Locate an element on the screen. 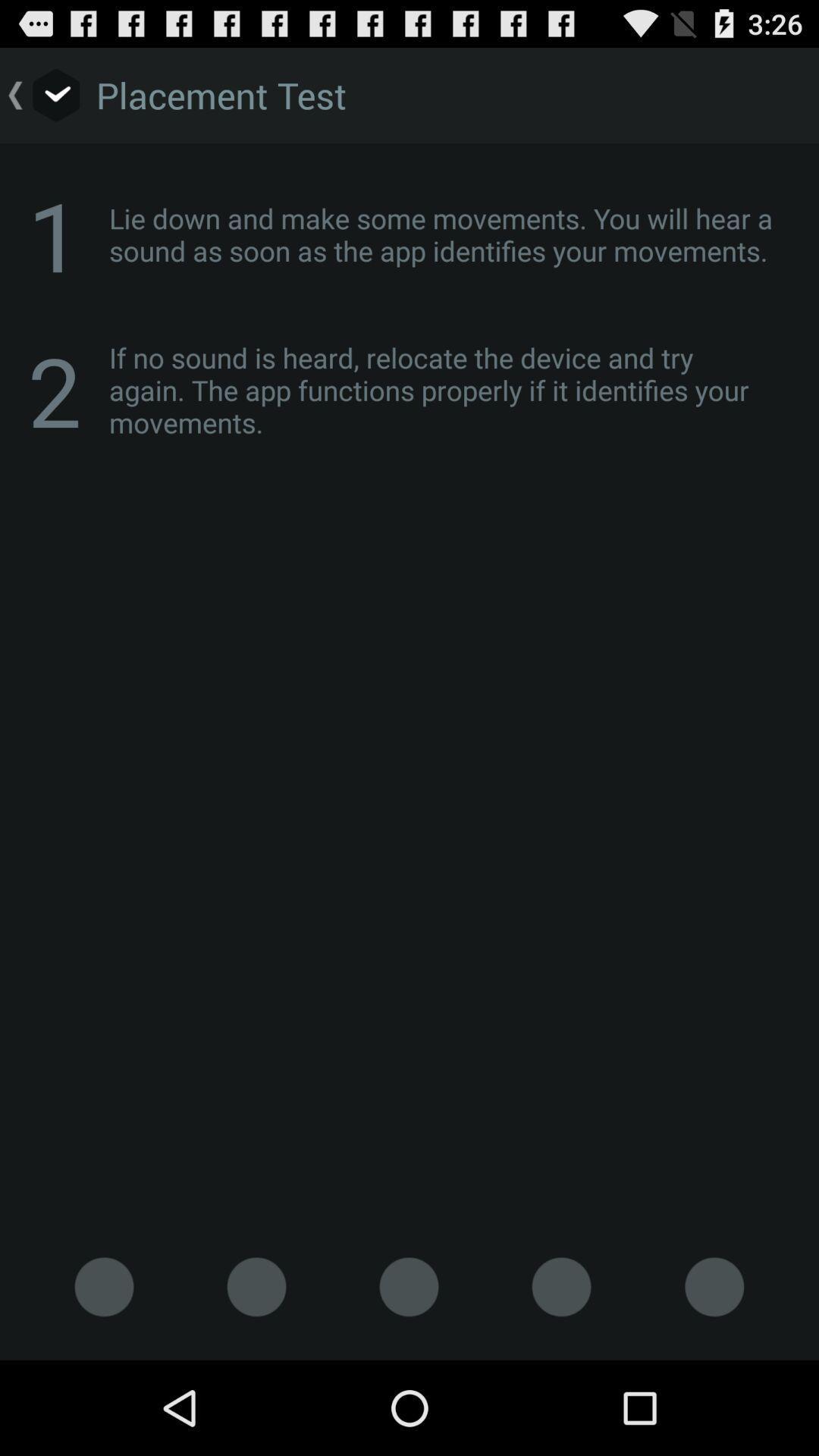 This screenshot has height=1456, width=819. circle button at bottom right corner is located at coordinates (714, 1286).